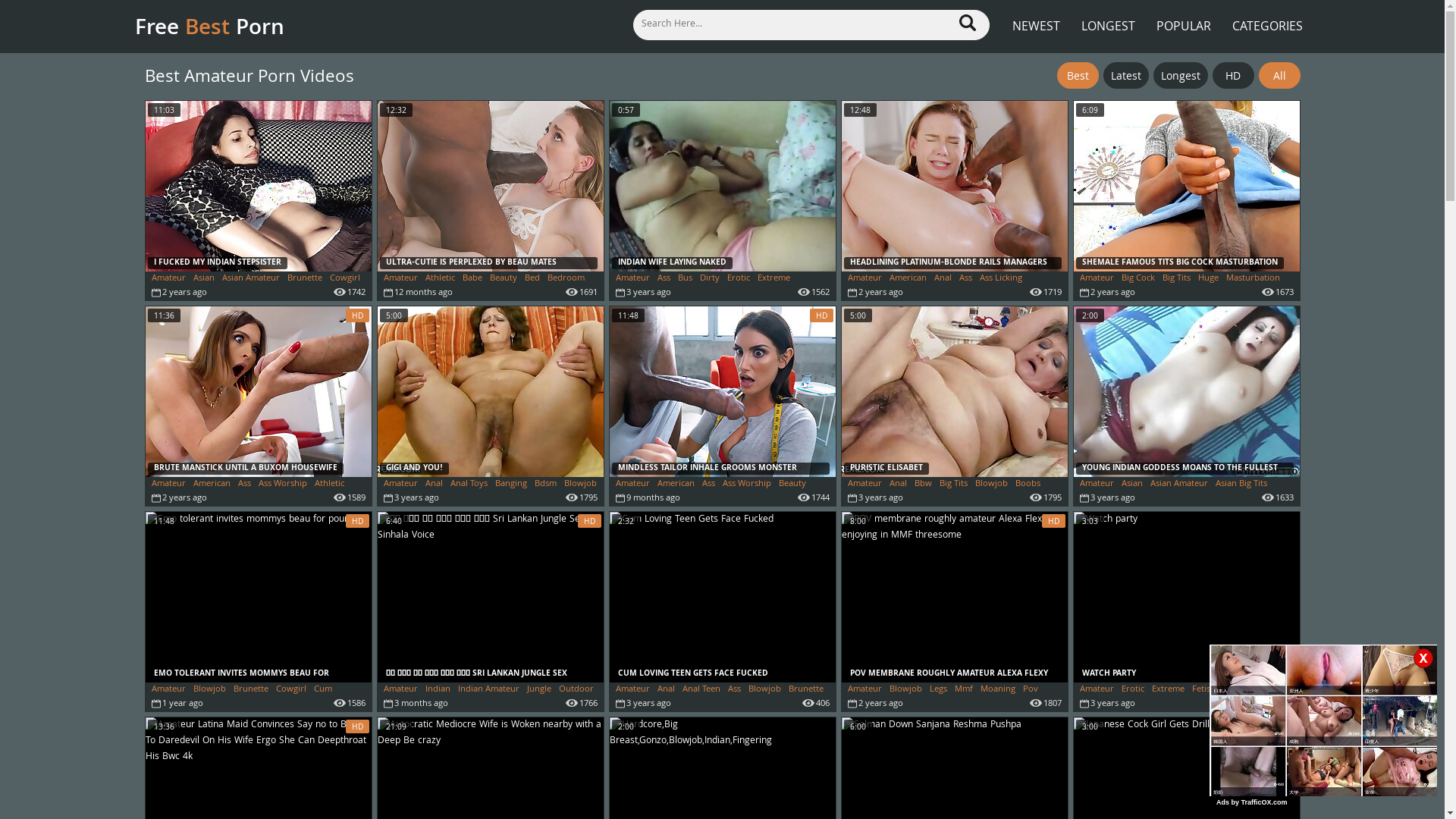  I want to click on 'Big Ass', so click(165, 497).